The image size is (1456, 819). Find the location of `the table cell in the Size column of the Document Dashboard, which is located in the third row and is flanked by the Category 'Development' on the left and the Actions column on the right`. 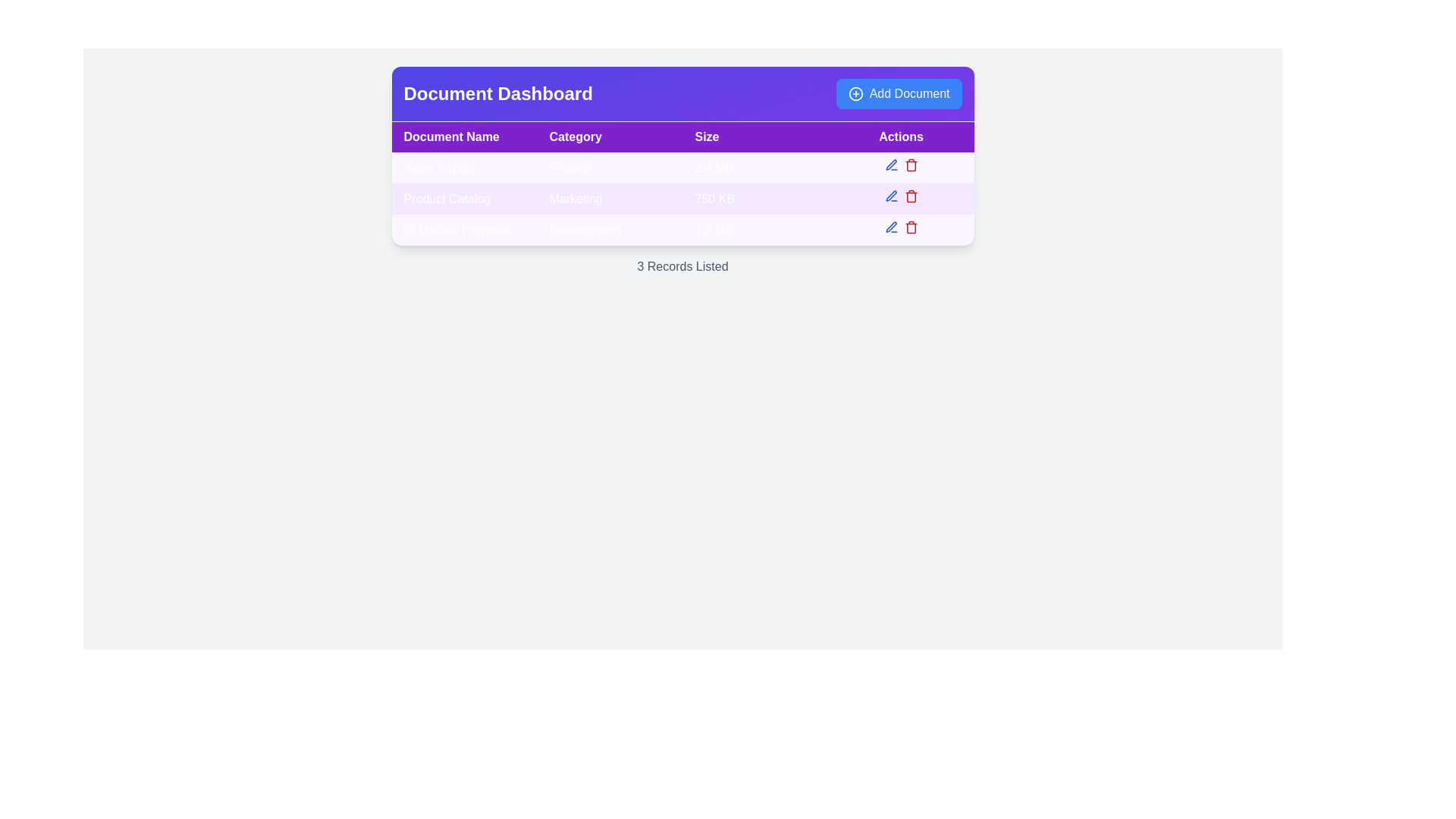

the table cell in the Size column of the Document Dashboard, which is located in the third row and is flanked by the Category 'Development' on the left and the Actions column on the right is located at coordinates (755, 230).